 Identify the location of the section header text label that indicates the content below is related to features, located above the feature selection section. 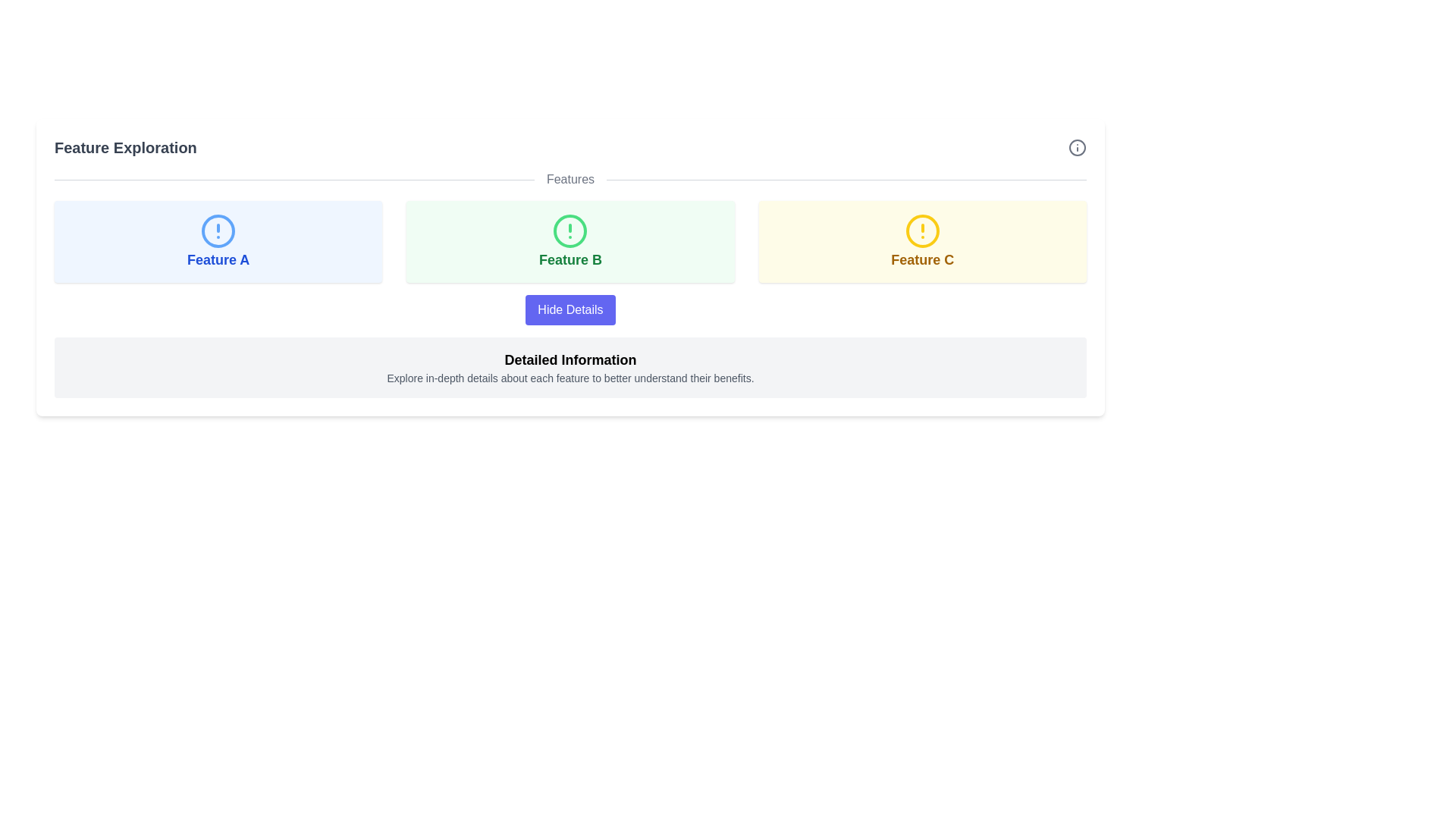
(570, 178).